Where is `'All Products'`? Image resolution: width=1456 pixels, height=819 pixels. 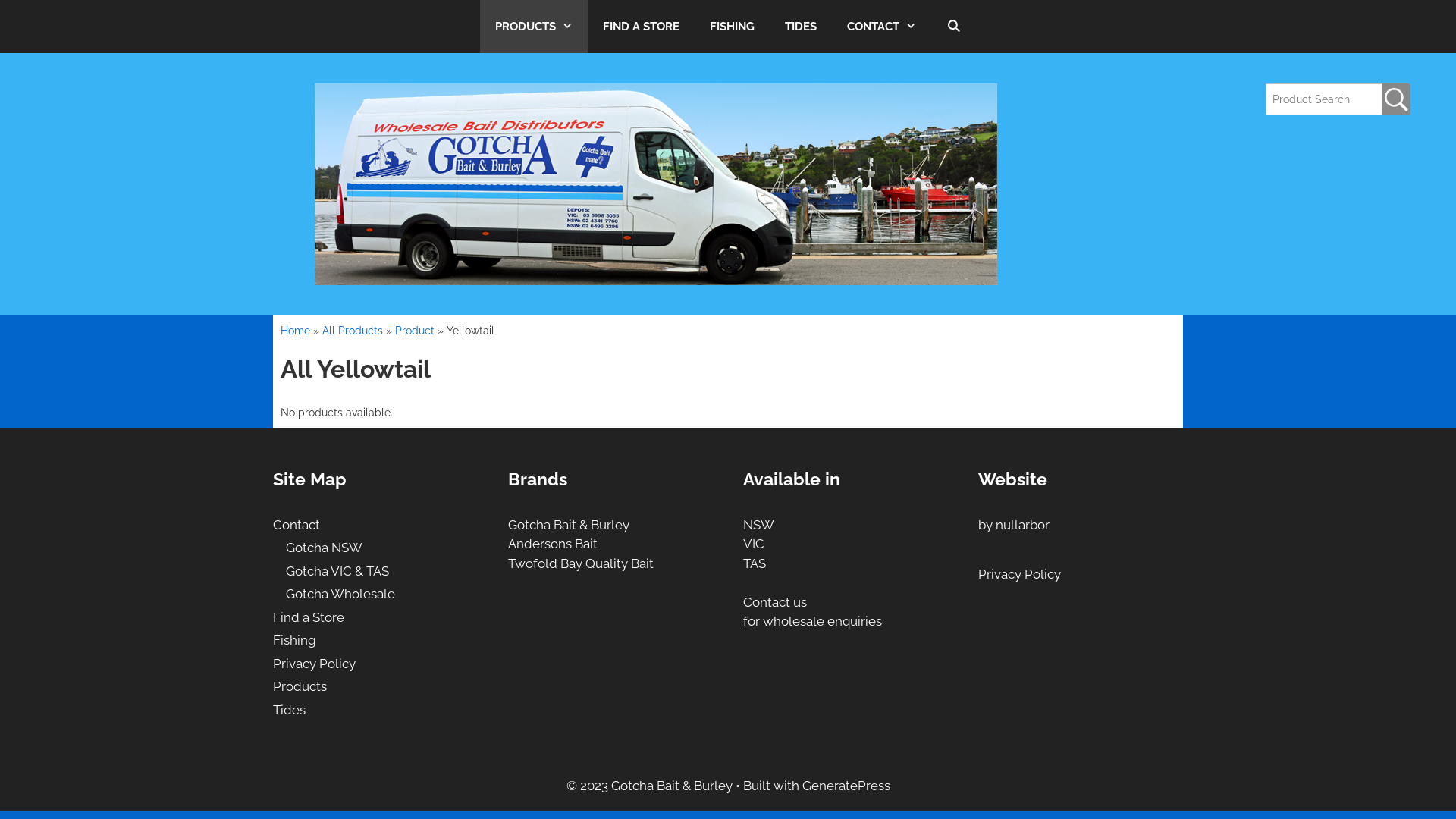 'All Products' is located at coordinates (322, 329).